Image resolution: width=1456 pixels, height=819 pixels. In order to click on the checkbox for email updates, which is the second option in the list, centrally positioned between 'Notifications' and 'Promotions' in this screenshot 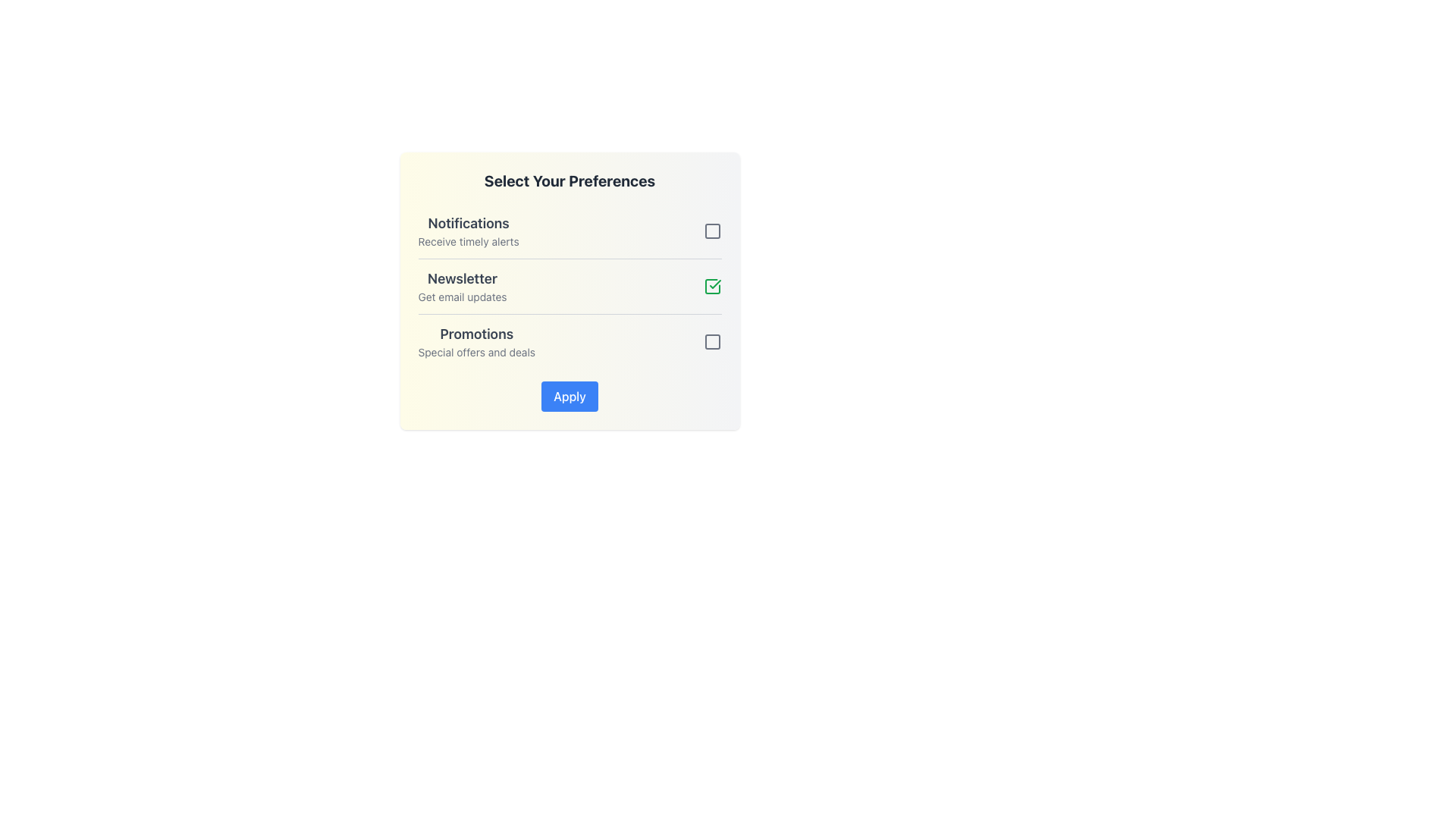, I will do `click(569, 286)`.